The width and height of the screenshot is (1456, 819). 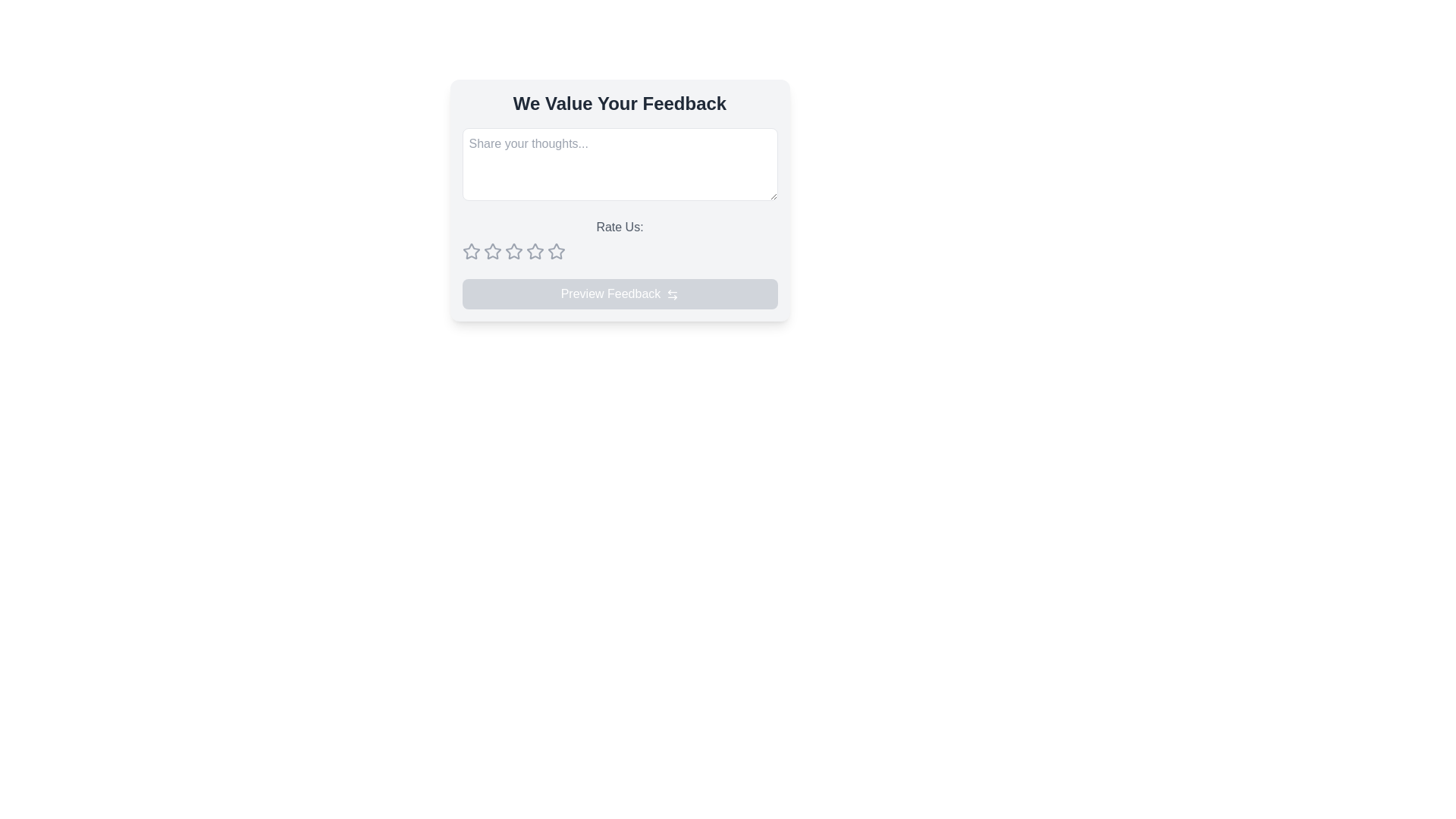 What do you see at coordinates (470, 250) in the screenshot?
I see `the leftmost star-shaped icon in the feedback form to rate it` at bounding box center [470, 250].